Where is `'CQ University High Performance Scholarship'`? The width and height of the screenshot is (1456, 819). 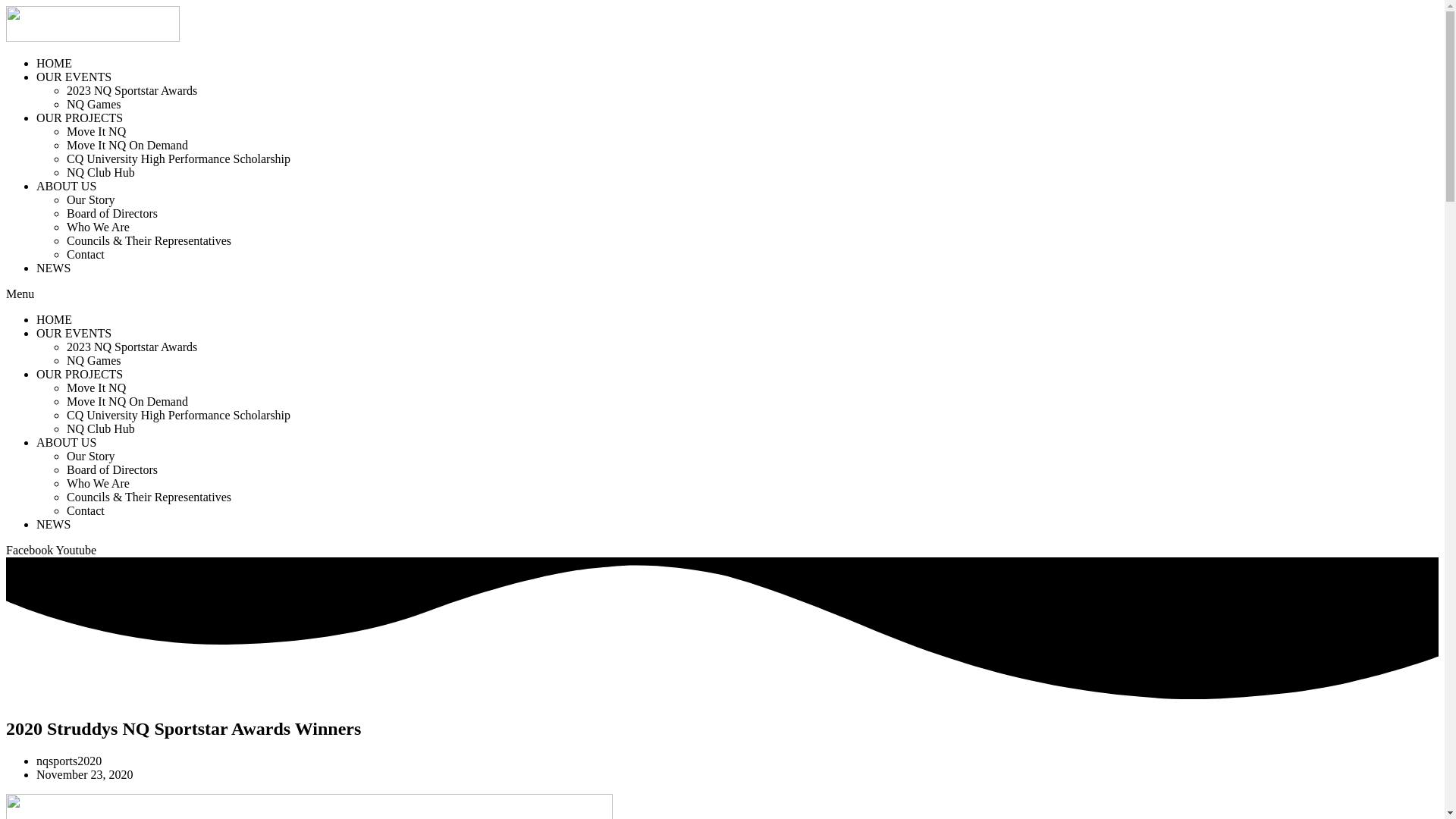
'CQ University High Performance Scholarship' is located at coordinates (178, 158).